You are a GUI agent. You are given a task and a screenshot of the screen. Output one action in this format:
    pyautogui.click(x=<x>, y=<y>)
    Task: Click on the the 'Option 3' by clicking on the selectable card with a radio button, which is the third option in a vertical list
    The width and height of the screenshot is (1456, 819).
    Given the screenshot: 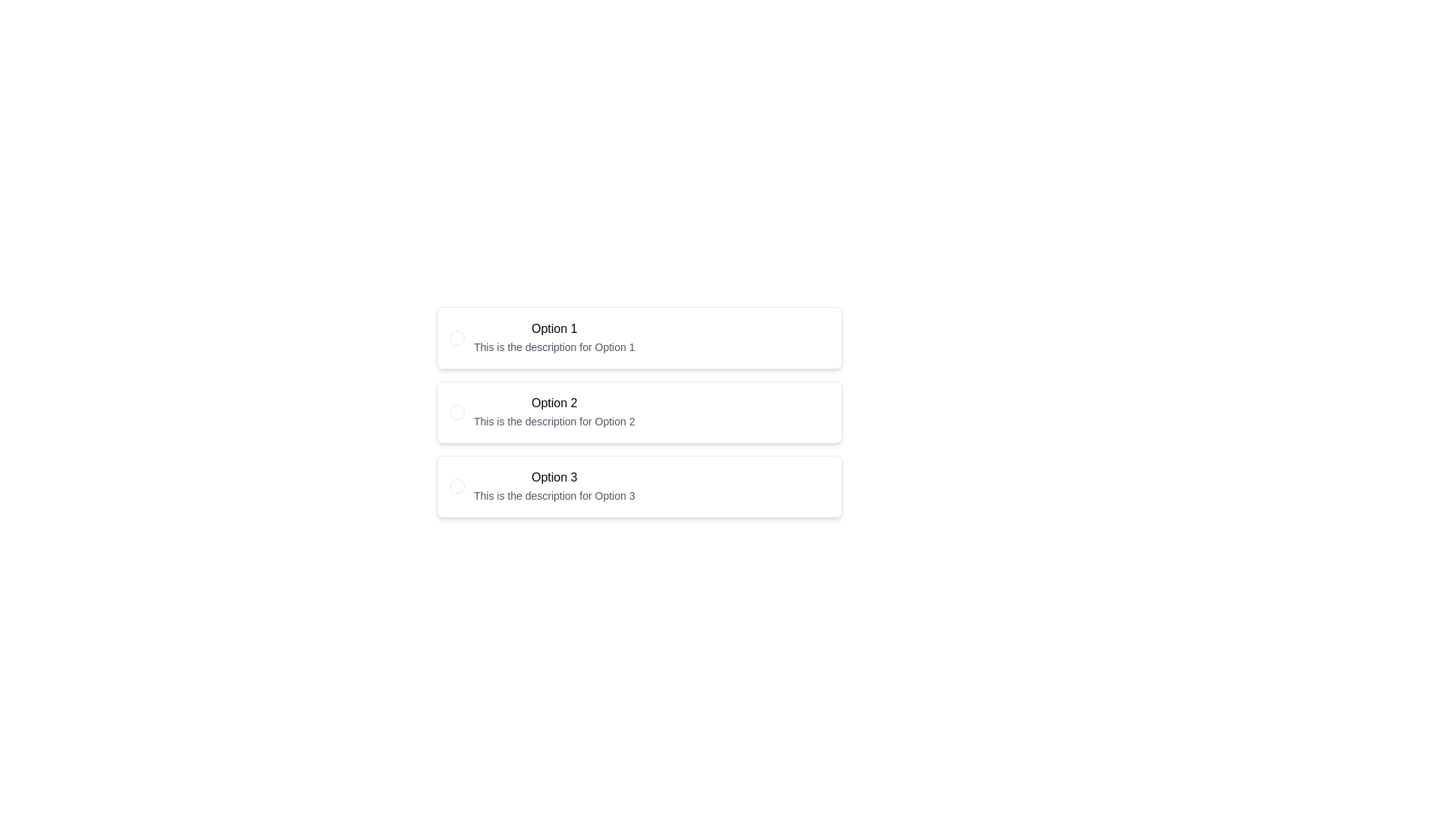 What is the action you would take?
    pyautogui.click(x=639, y=486)
    